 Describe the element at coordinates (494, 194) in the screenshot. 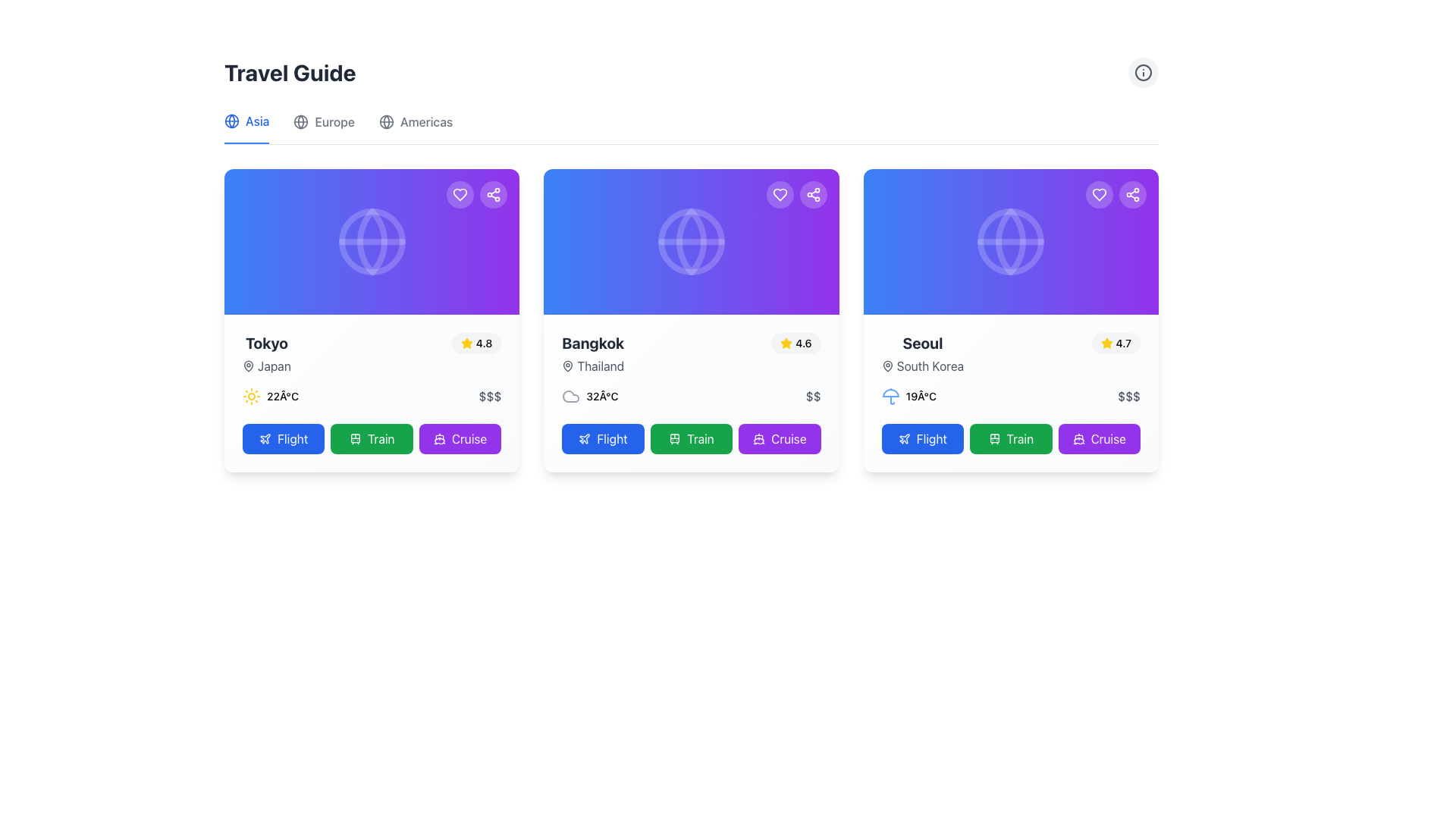

I see `the share icon button located at the right-top corner of the Bangkok travel card` at that location.